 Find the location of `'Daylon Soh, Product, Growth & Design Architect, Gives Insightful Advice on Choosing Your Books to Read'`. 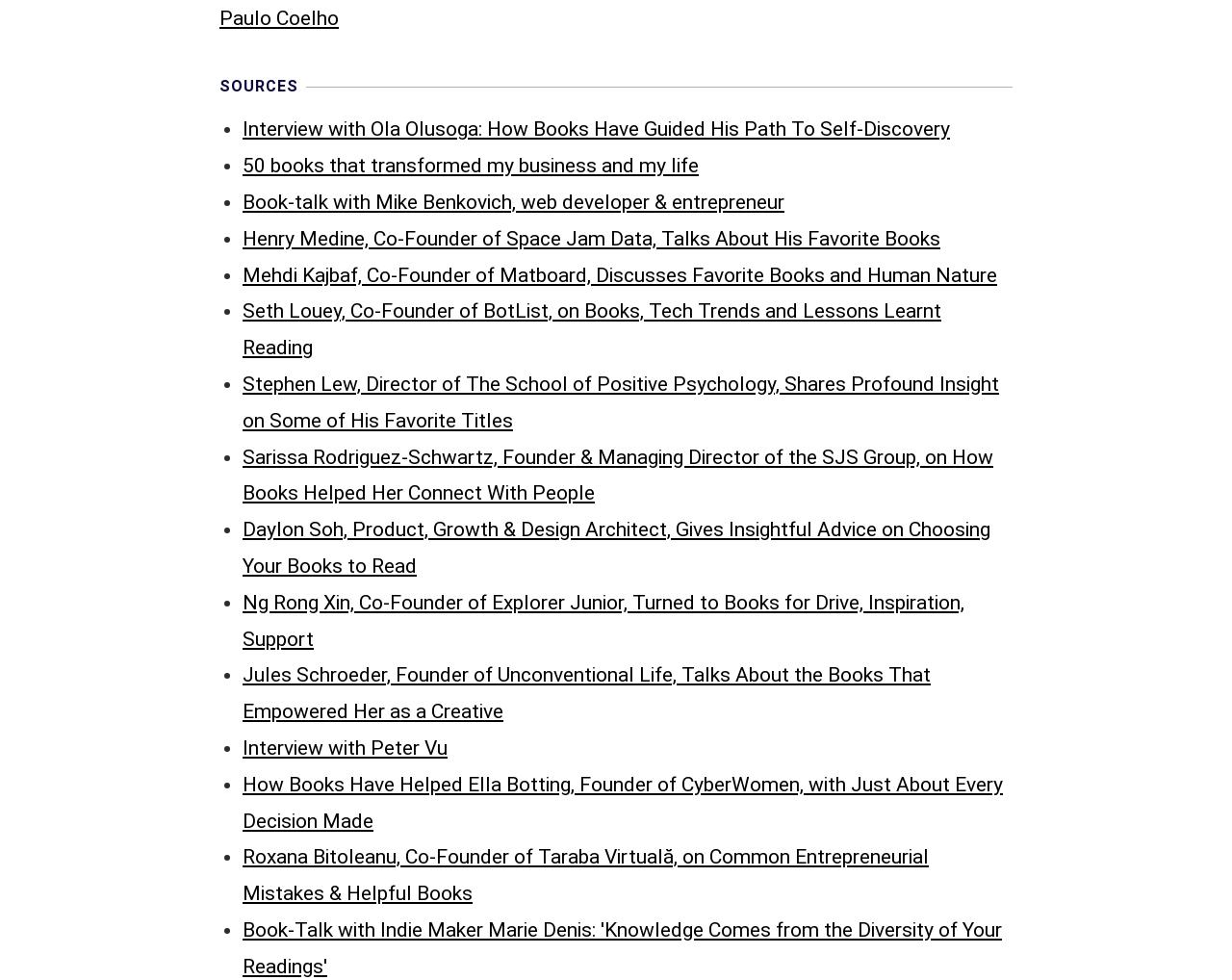

'Daylon Soh, Product, Growth & Design Architect, Gives Insightful Advice on Choosing Your Books to Read' is located at coordinates (616, 146).